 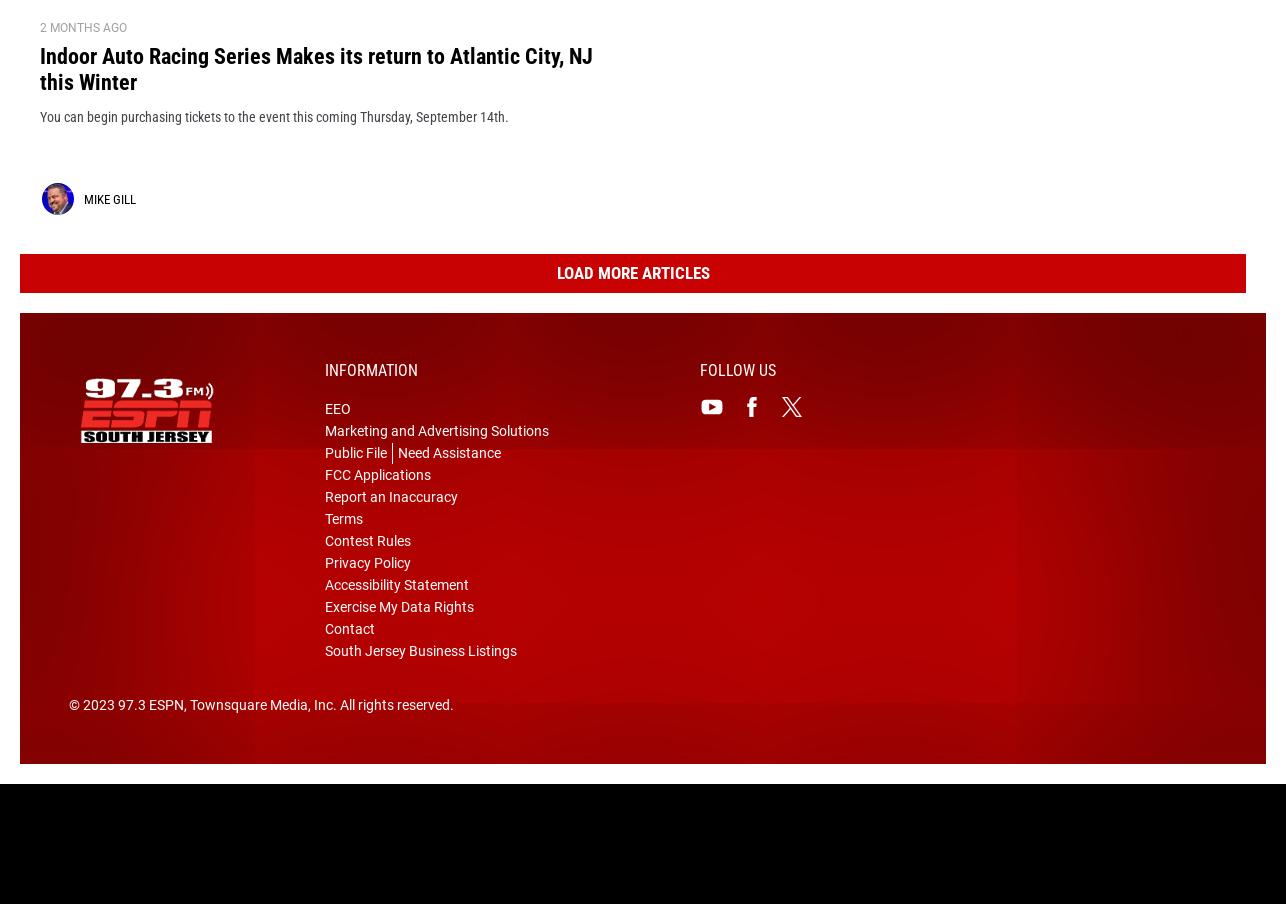 What do you see at coordinates (336, 440) in the screenshot?
I see `'EEO'` at bounding box center [336, 440].